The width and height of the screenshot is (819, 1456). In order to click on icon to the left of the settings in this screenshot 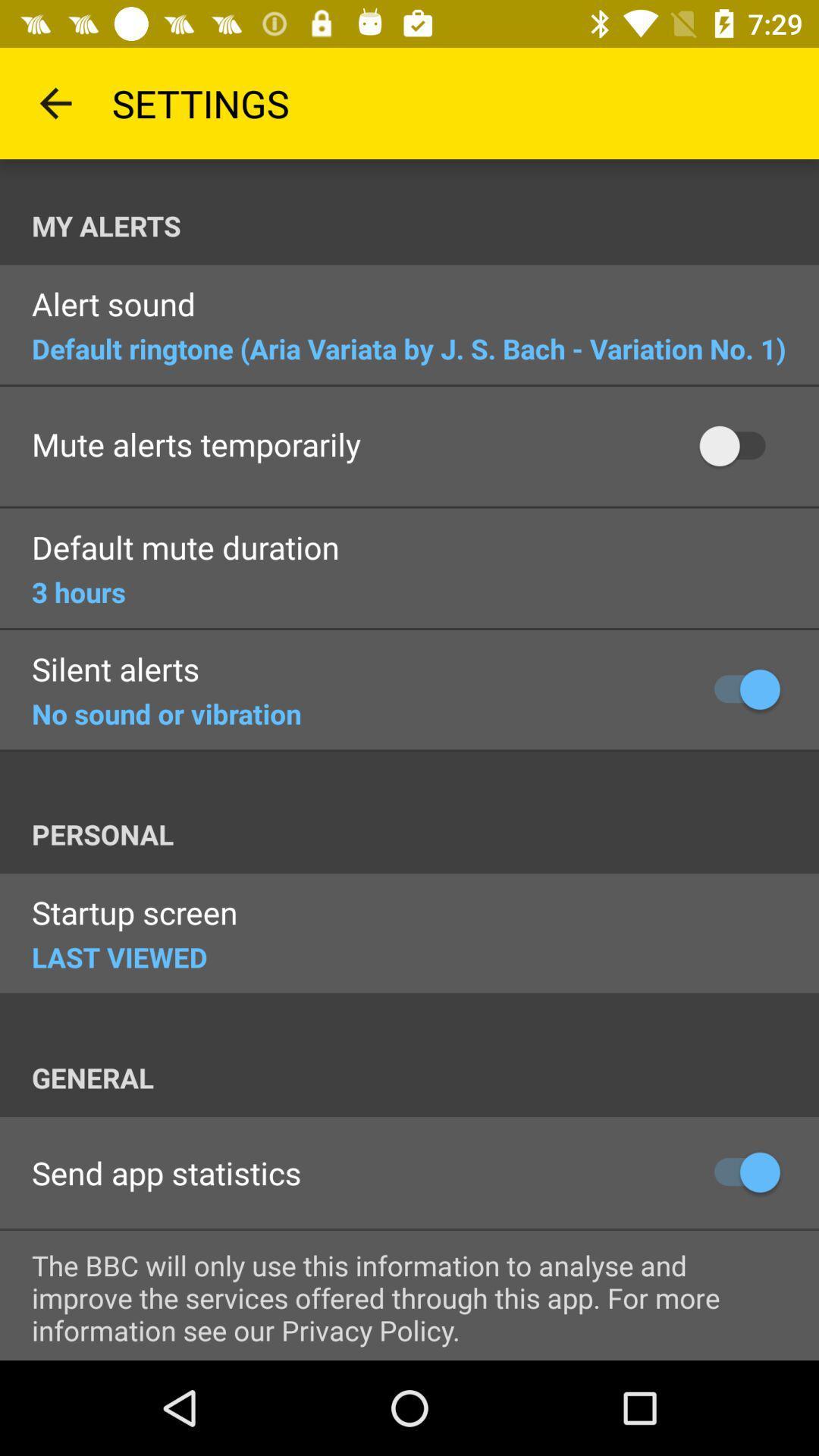, I will do `click(55, 102)`.